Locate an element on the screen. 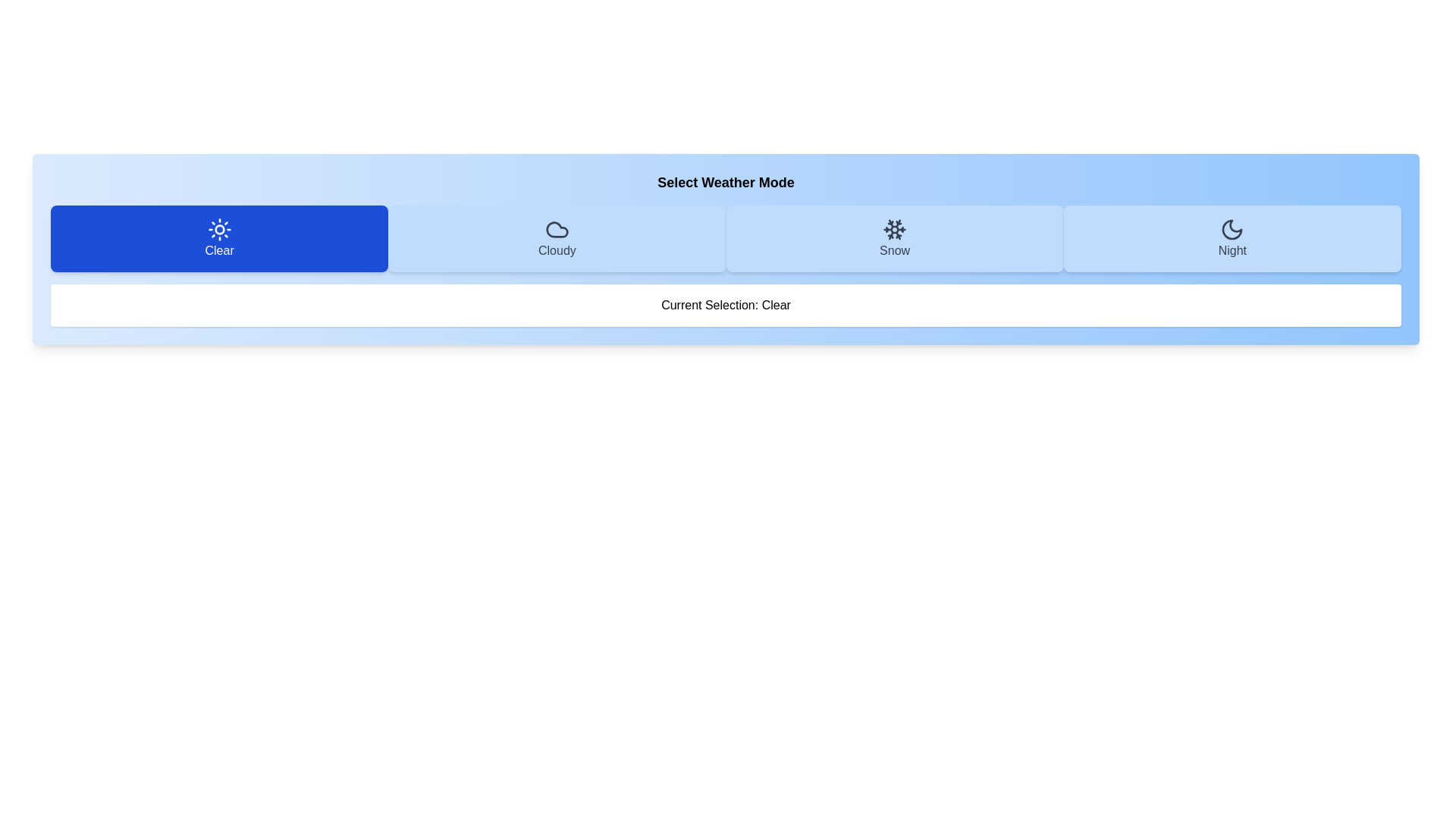 The image size is (1456, 819). the button corresponding to the weather mode Night is located at coordinates (1232, 239).